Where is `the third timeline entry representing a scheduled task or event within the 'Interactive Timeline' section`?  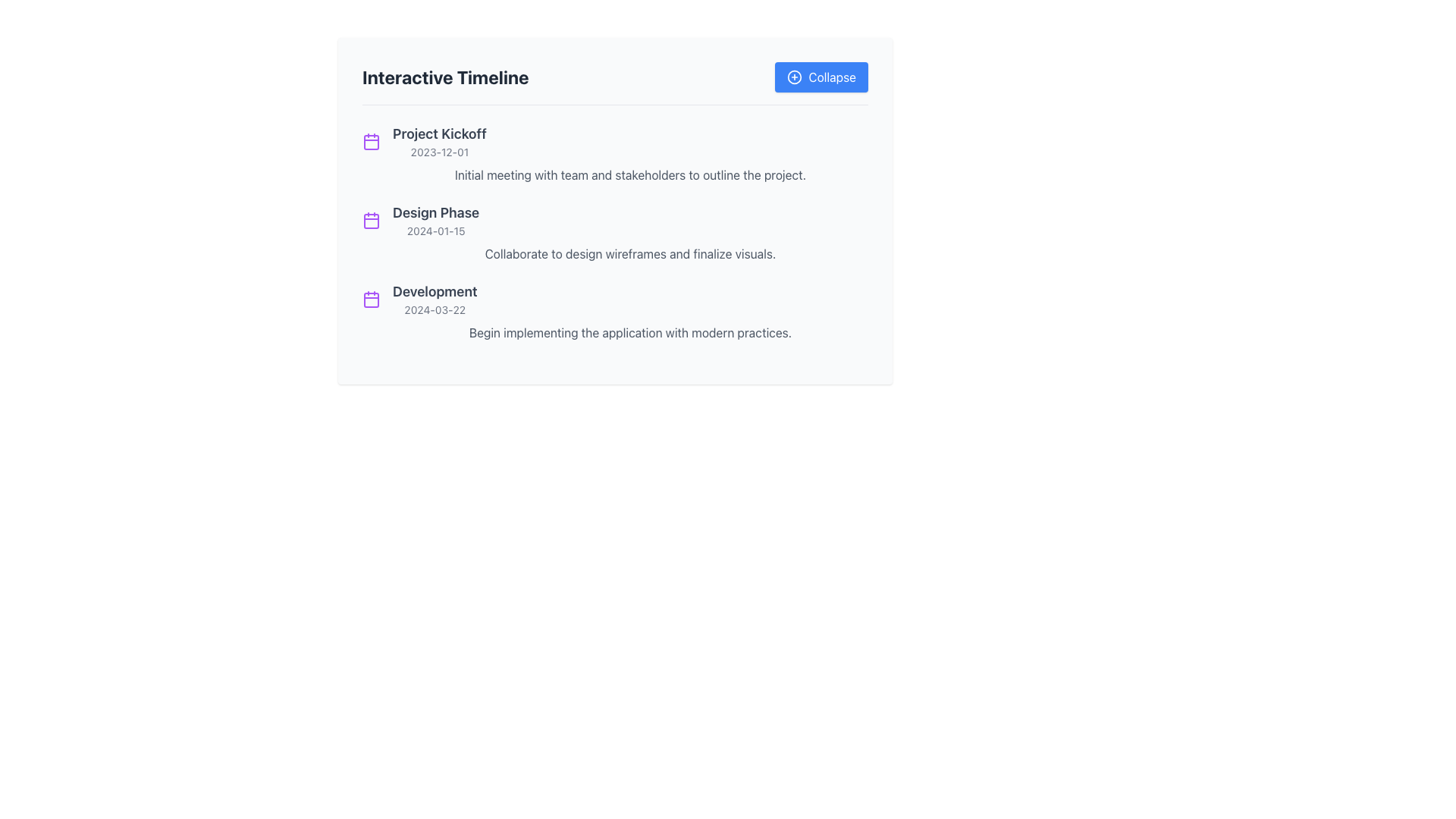
the third timeline entry representing a scheduled task or event within the 'Interactive Timeline' section is located at coordinates (615, 311).